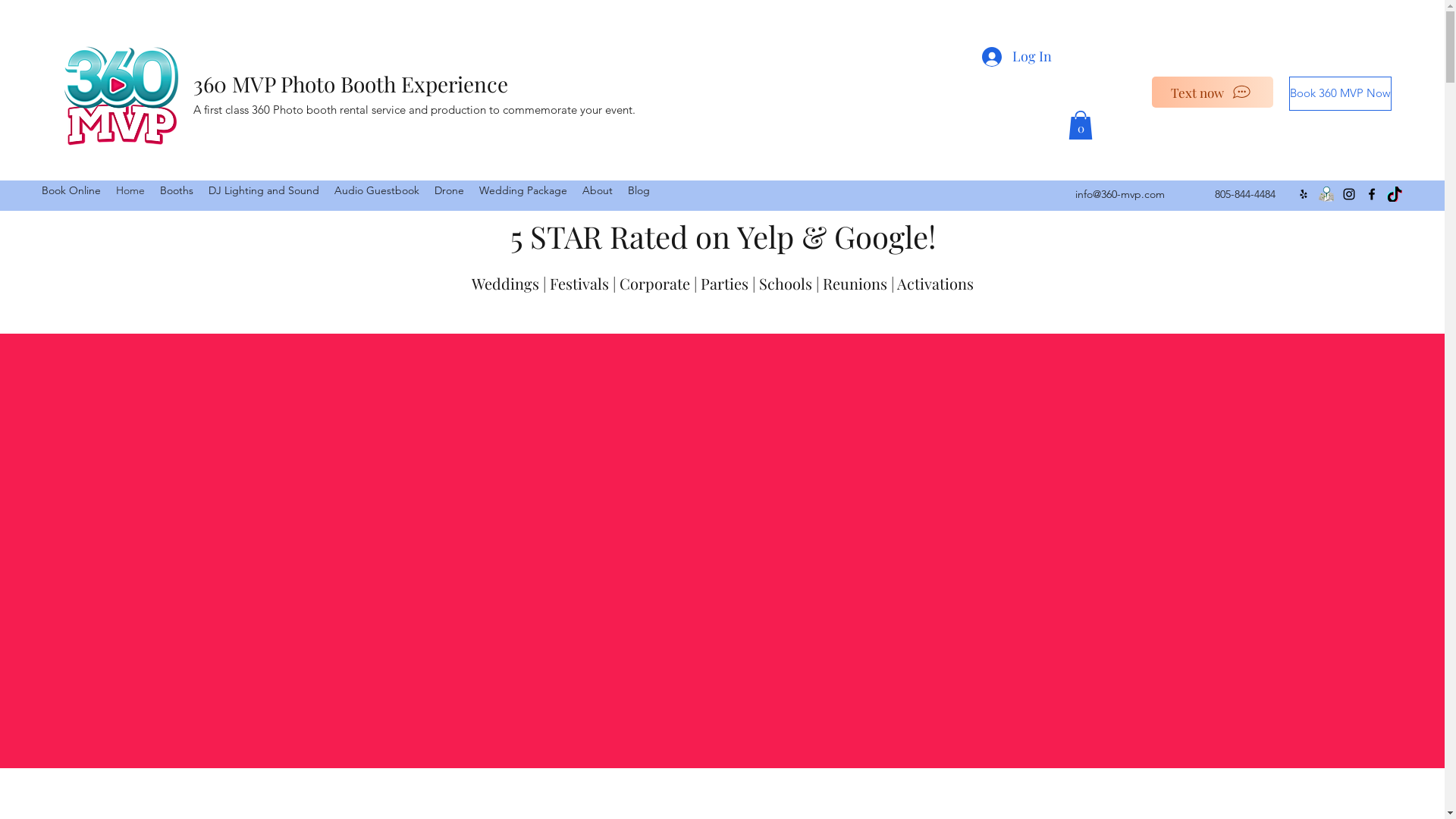  Describe the element at coordinates (596, 189) in the screenshot. I see `'About'` at that location.